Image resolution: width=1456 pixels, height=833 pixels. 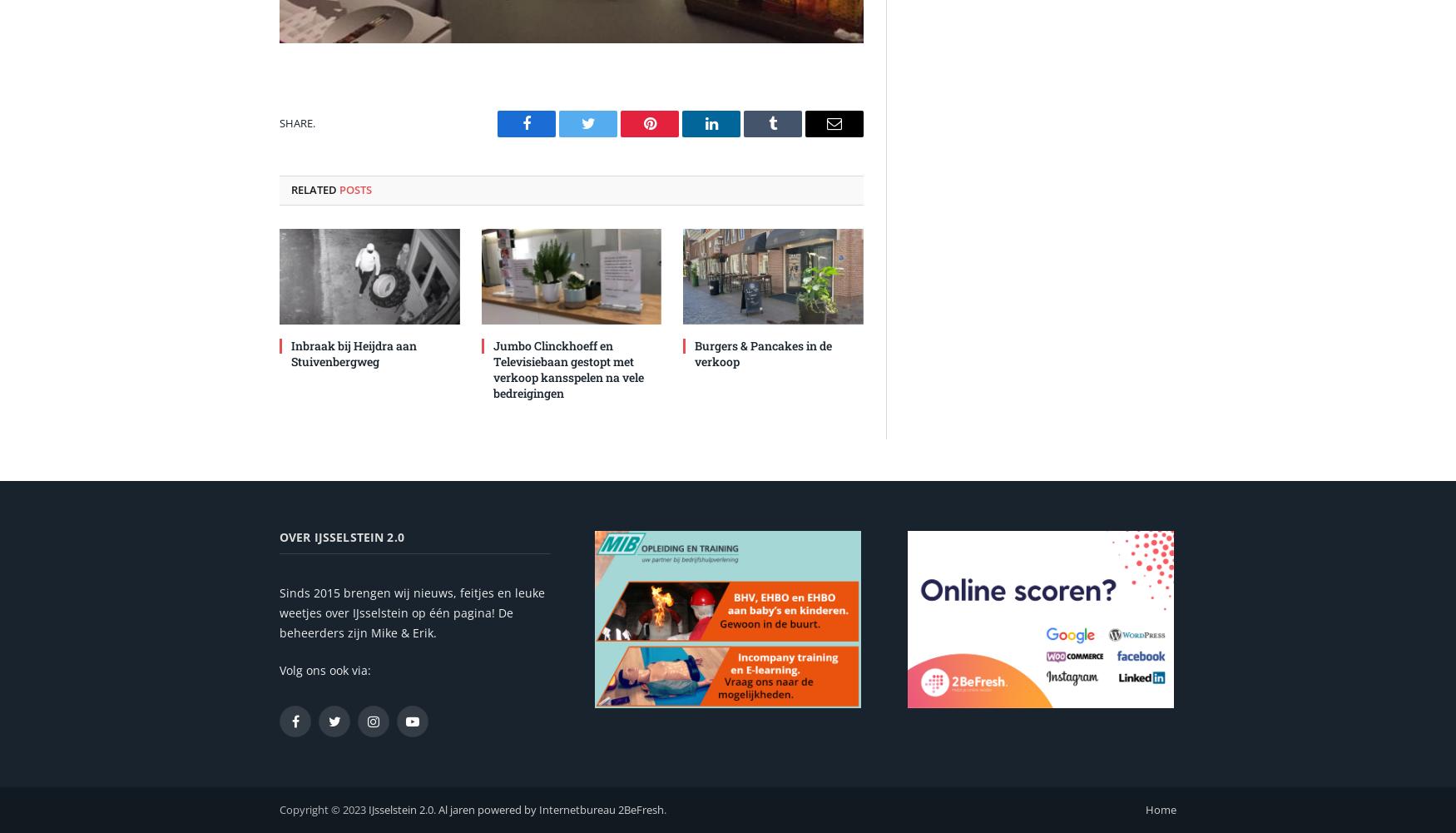 What do you see at coordinates (280, 612) in the screenshot?
I see `'Sinds 2015 brengen wij nieuws, feitjes en leuke weetjes over IJsselstein op één pagina! De beheerders zijn Mike & Erik.'` at bounding box center [280, 612].